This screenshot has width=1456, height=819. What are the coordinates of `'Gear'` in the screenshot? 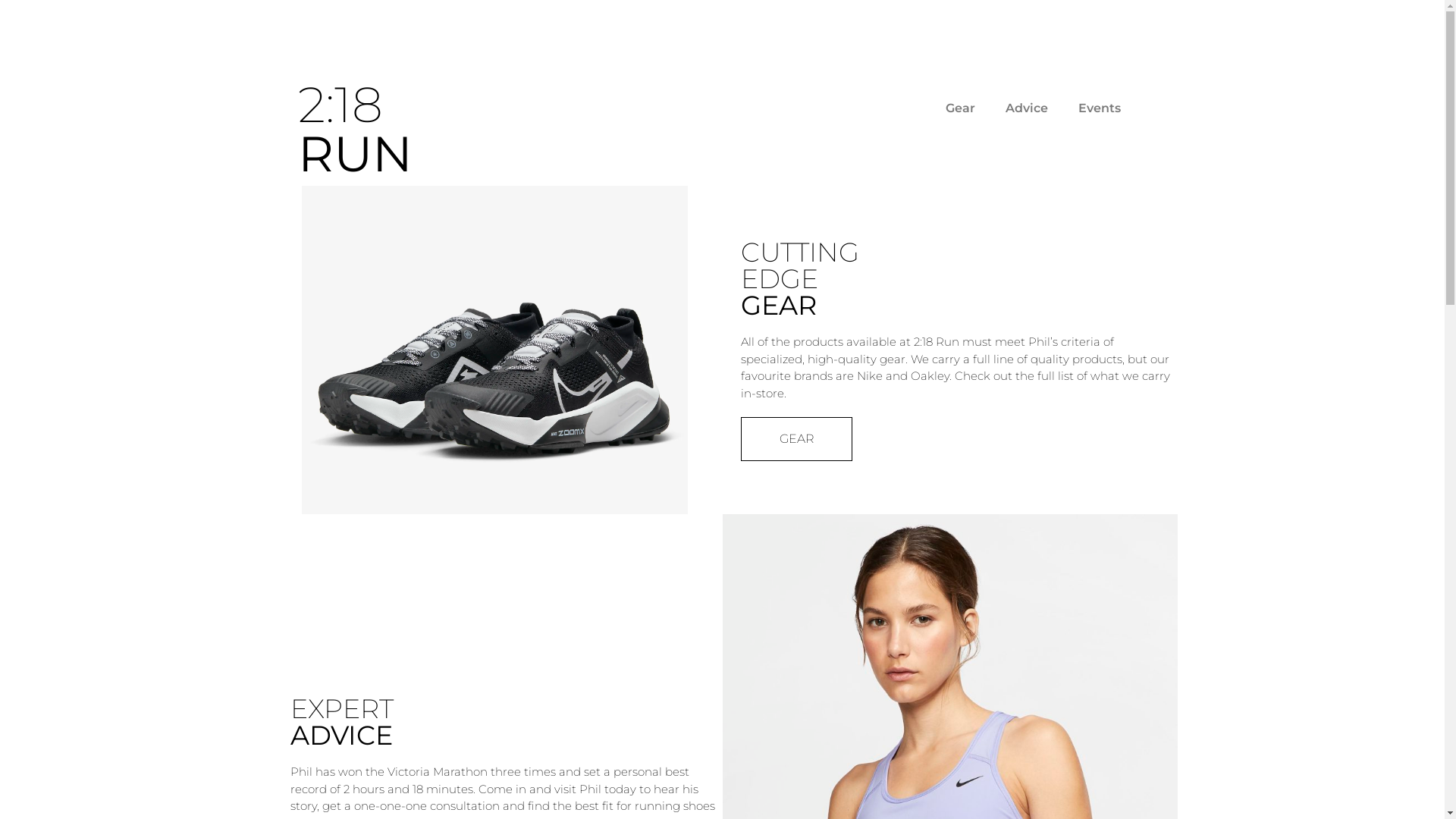 It's located at (959, 107).